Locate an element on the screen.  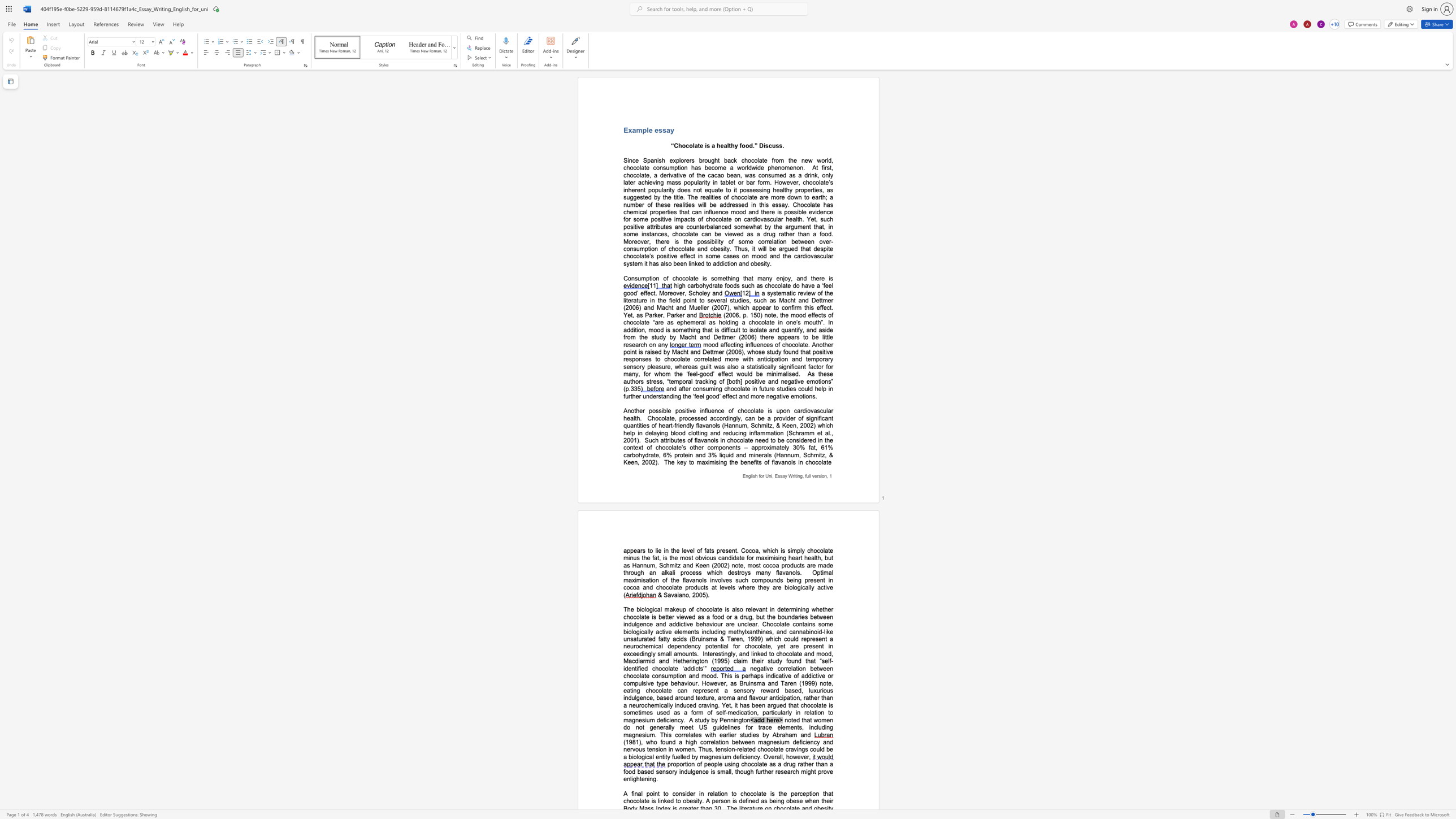
the space between the continuous character "a" and "n" in the text is located at coordinates (682, 594).